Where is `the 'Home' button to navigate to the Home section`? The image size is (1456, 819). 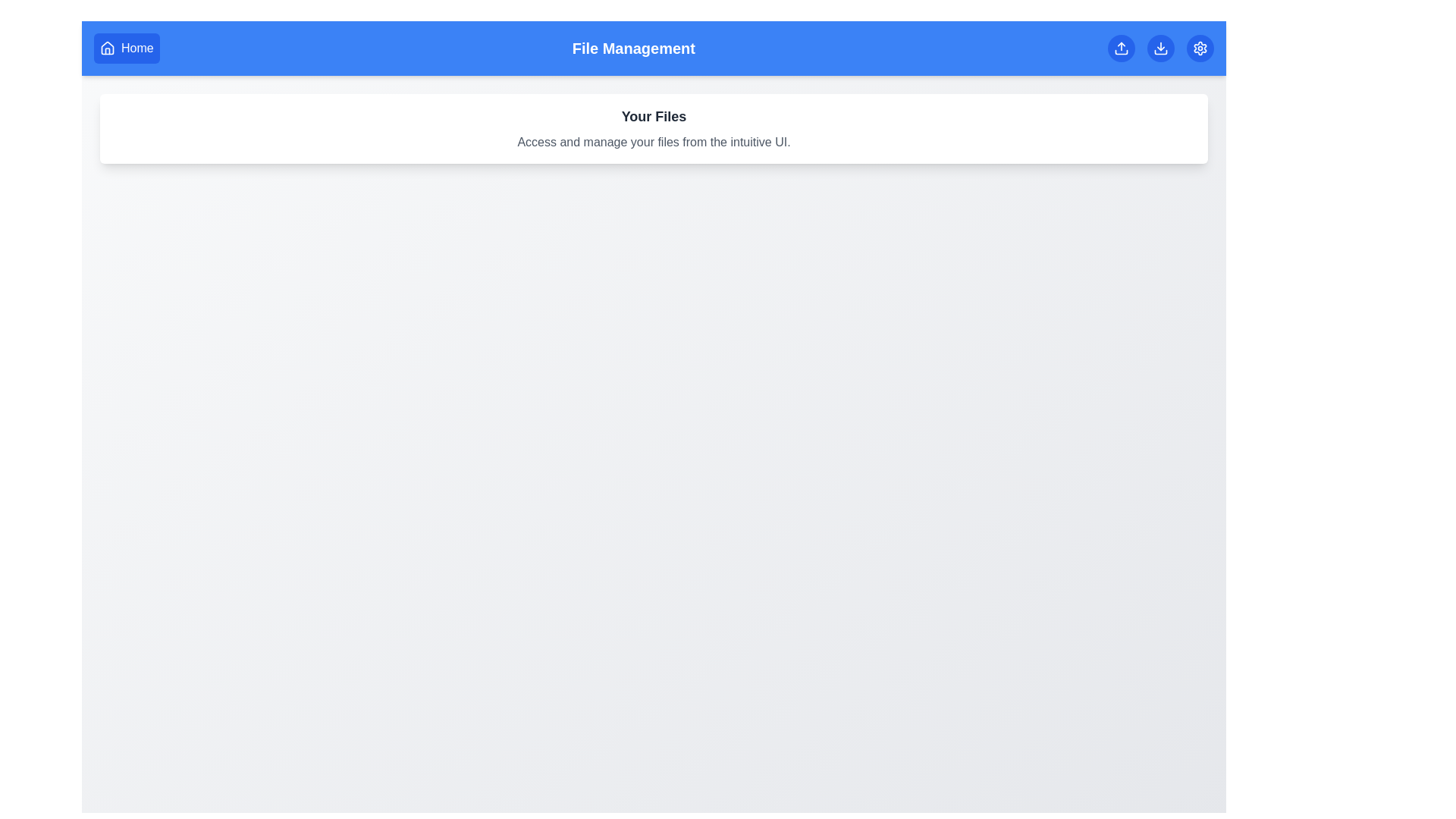 the 'Home' button to navigate to the Home section is located at coordinates (127, 48).